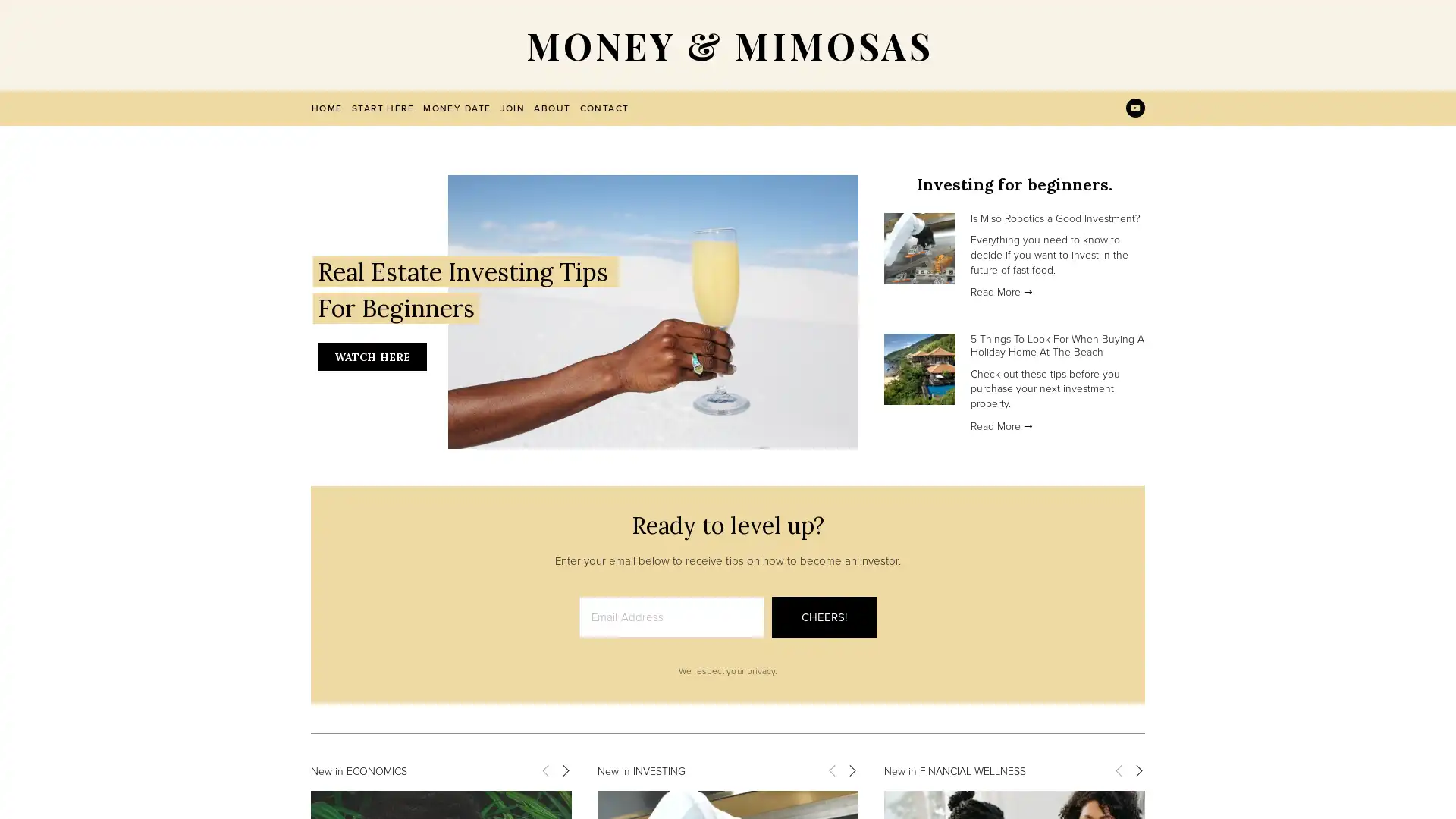 The width and height of the screenshot is (1456, 819). Describe the element at coordinates (1118, 769) in the screenshot. I see `Previous` at that location.